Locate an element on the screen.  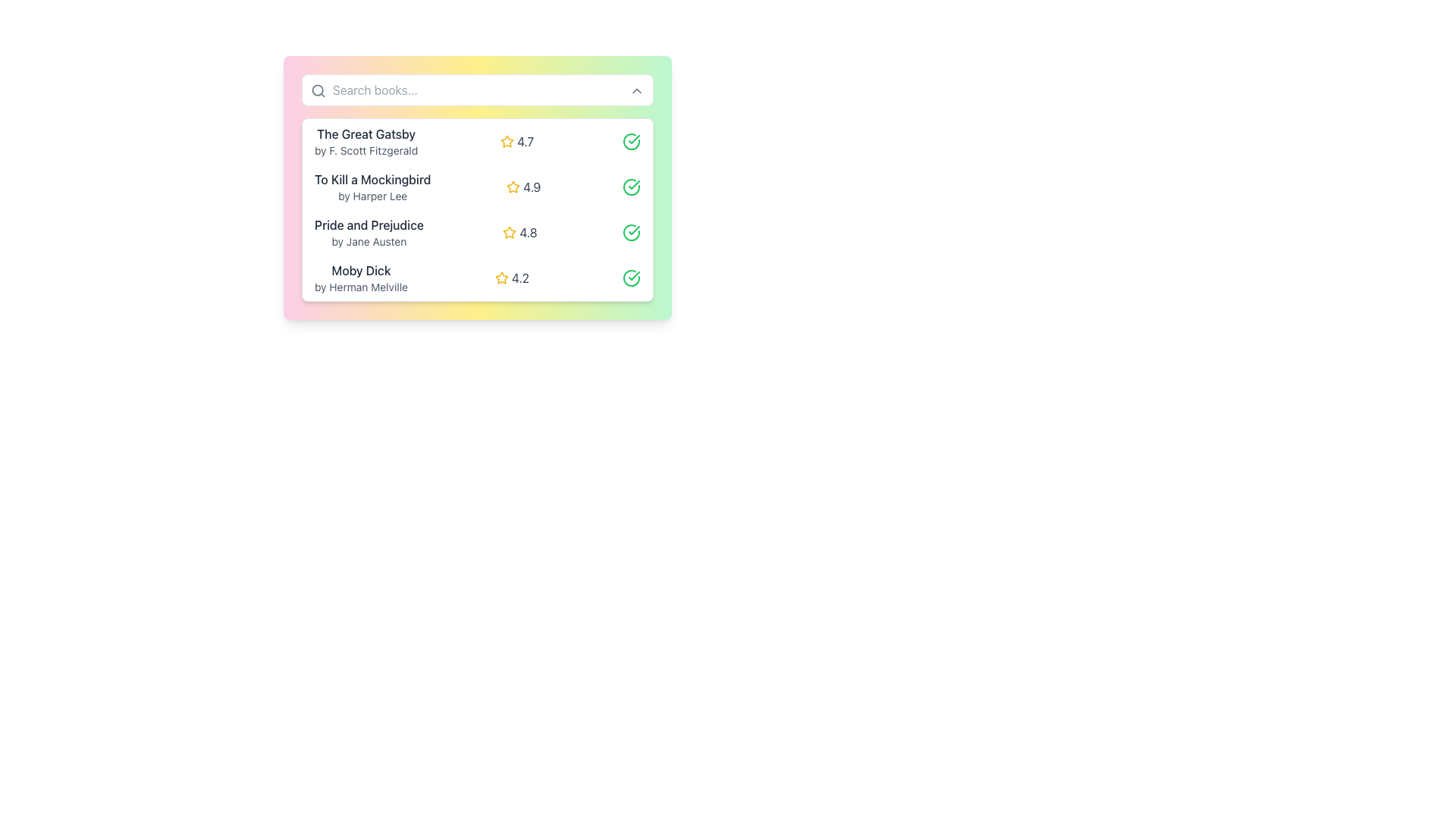
the yellow star-shaped icon indicating the rating for 'The Great Gatsby', positioned to the left of the text '4.7' is located at coordinates (507, 141).